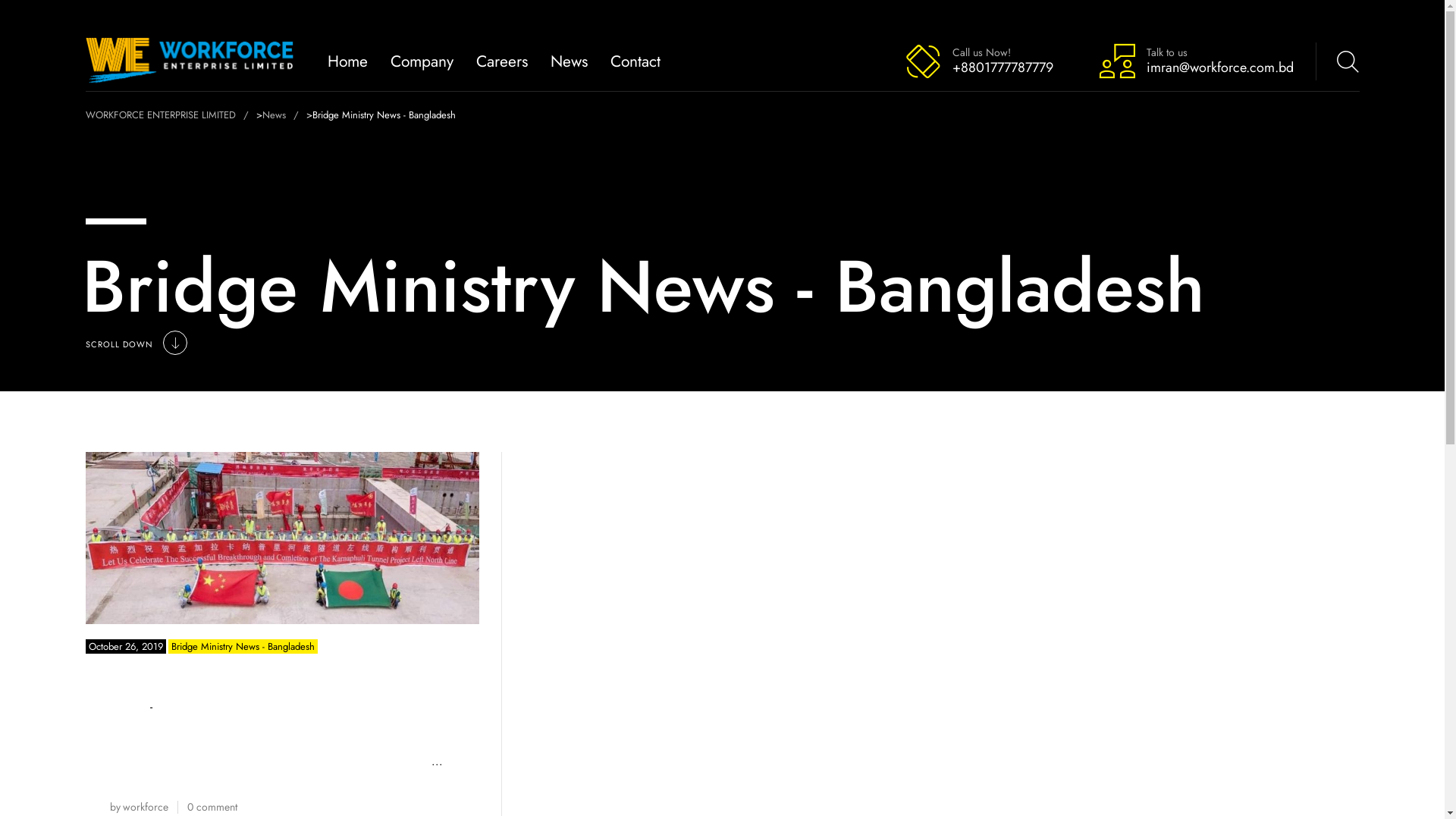  I want to click on '0 comment', so click(185, 806).